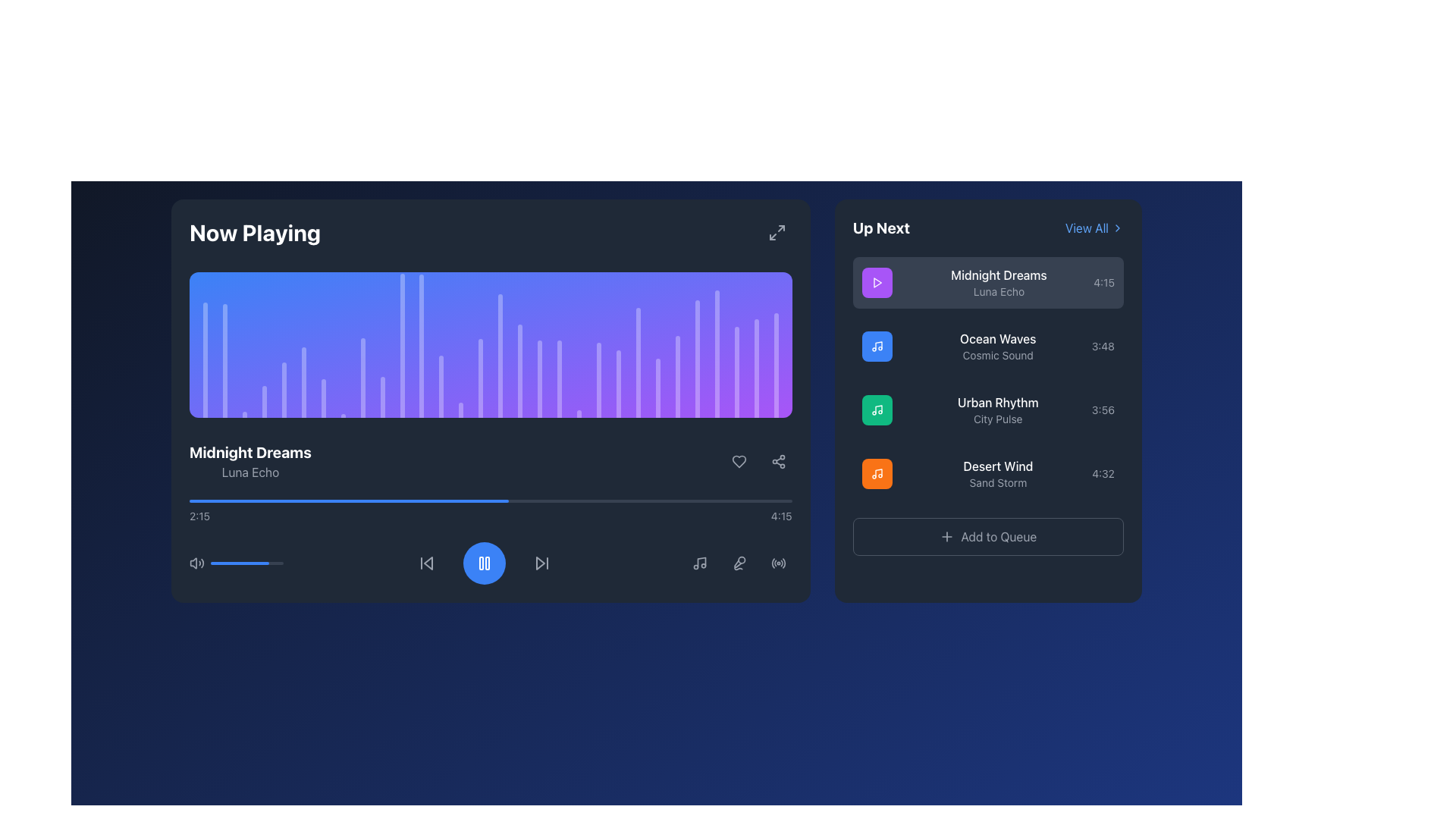 This screenshot has height=819, width=1456. What do you see at coordinates (756, 369) in the screenshot?
I see `the 29th vertical bar in the display component representing sound intensity within the audio waveform` at bounding box center [756, 369].